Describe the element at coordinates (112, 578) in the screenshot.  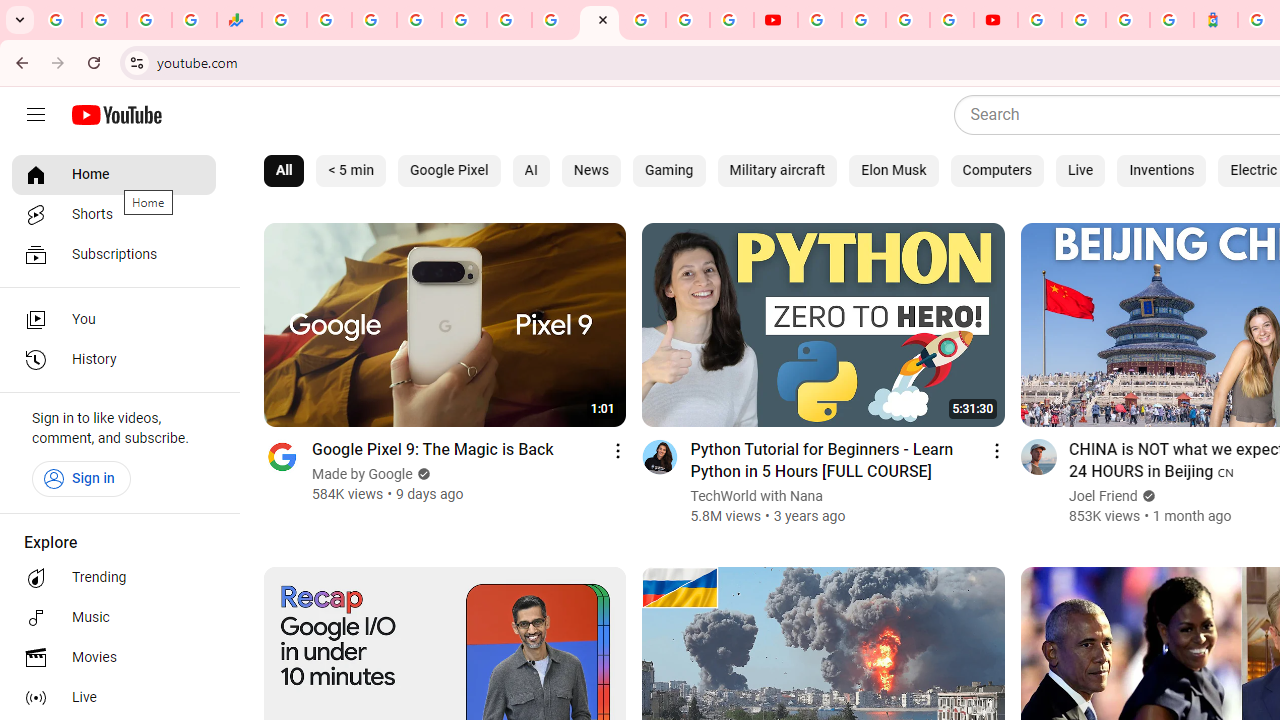
I see `'Trending'` at that location.